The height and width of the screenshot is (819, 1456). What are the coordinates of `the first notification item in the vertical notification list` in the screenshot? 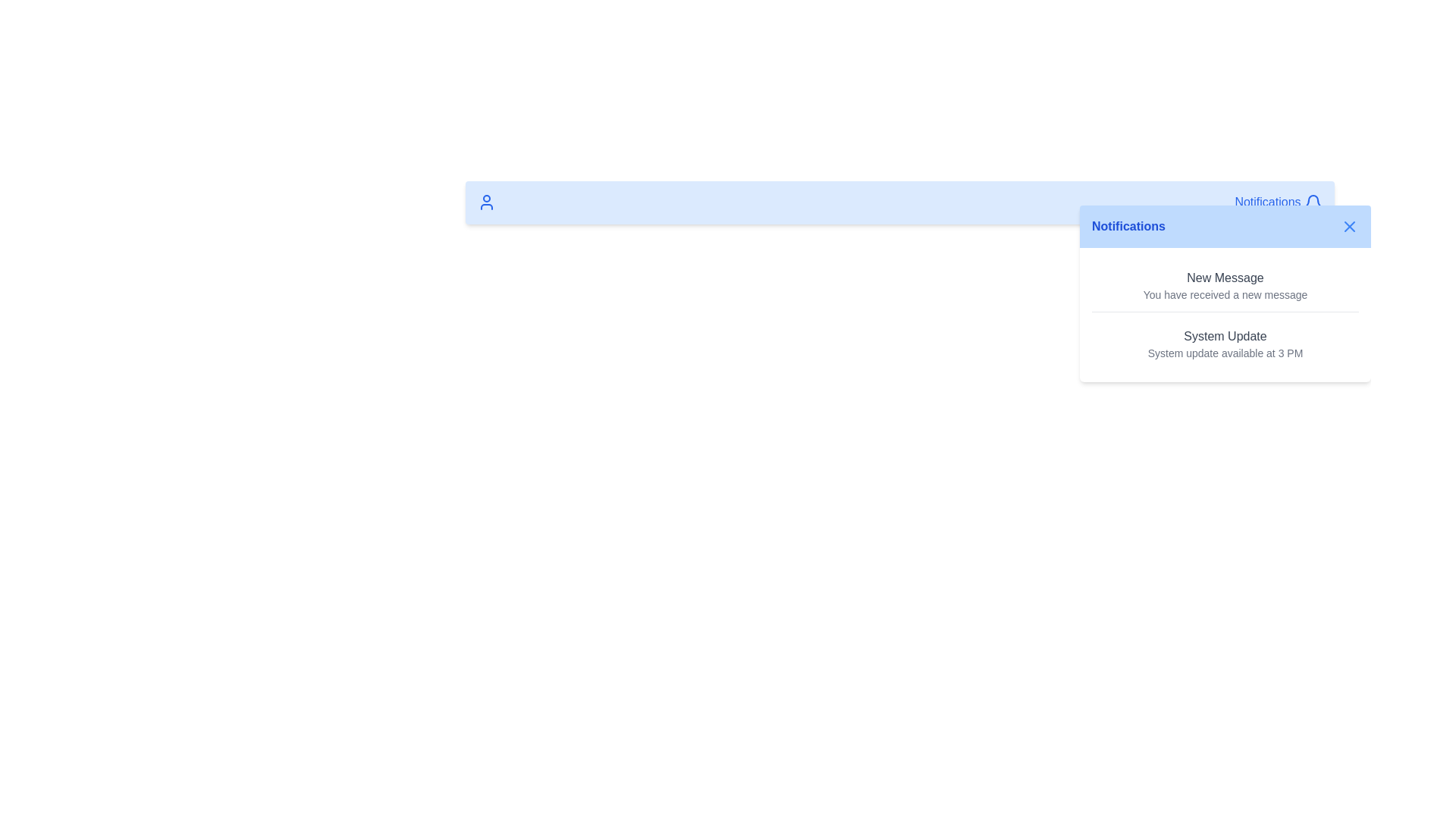 It's located at (1225, 286).